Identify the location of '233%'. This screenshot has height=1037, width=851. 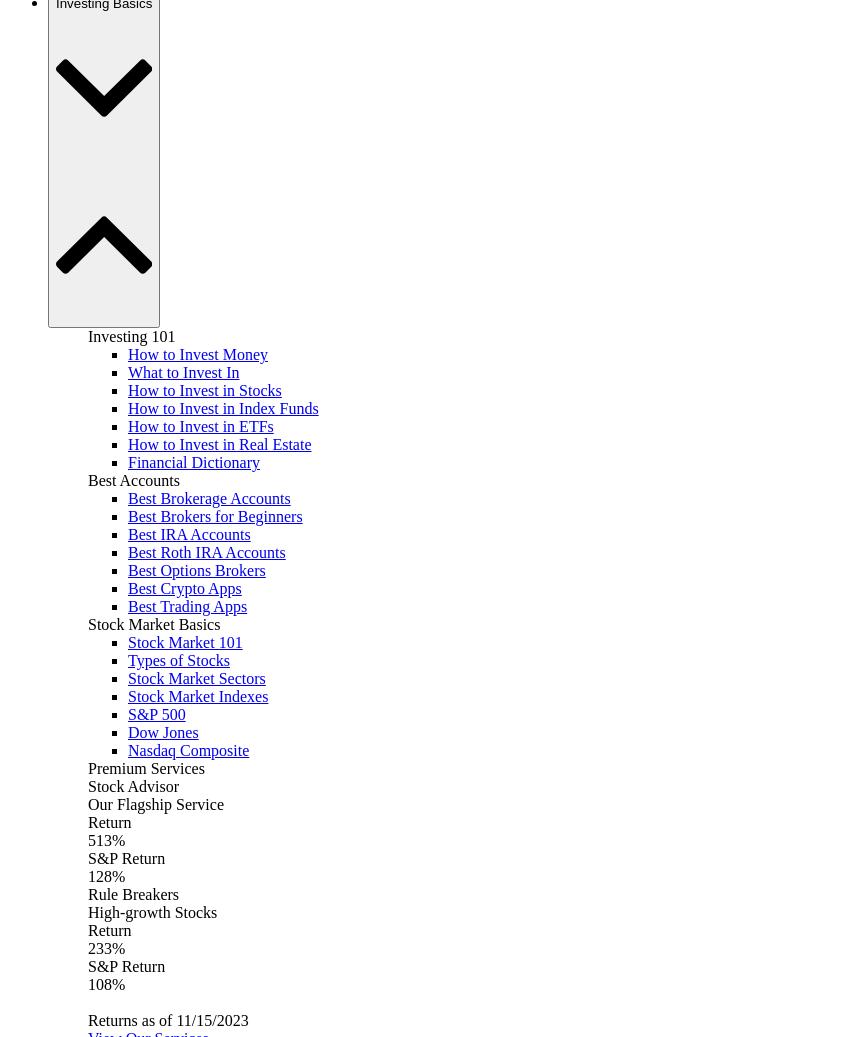
(105, 948).